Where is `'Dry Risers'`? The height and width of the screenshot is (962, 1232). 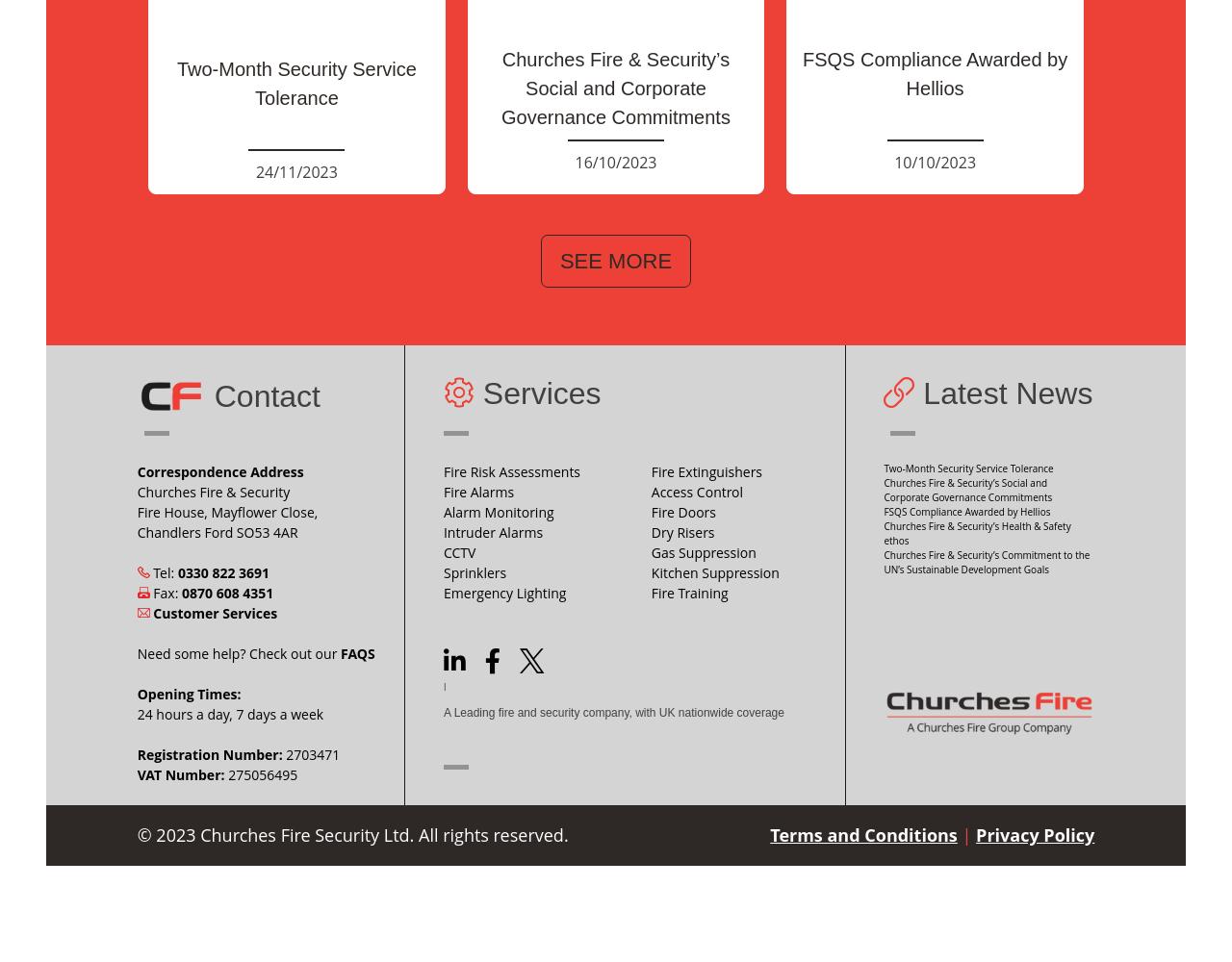 'Dry Risers' is located at coordinates (681, 531).